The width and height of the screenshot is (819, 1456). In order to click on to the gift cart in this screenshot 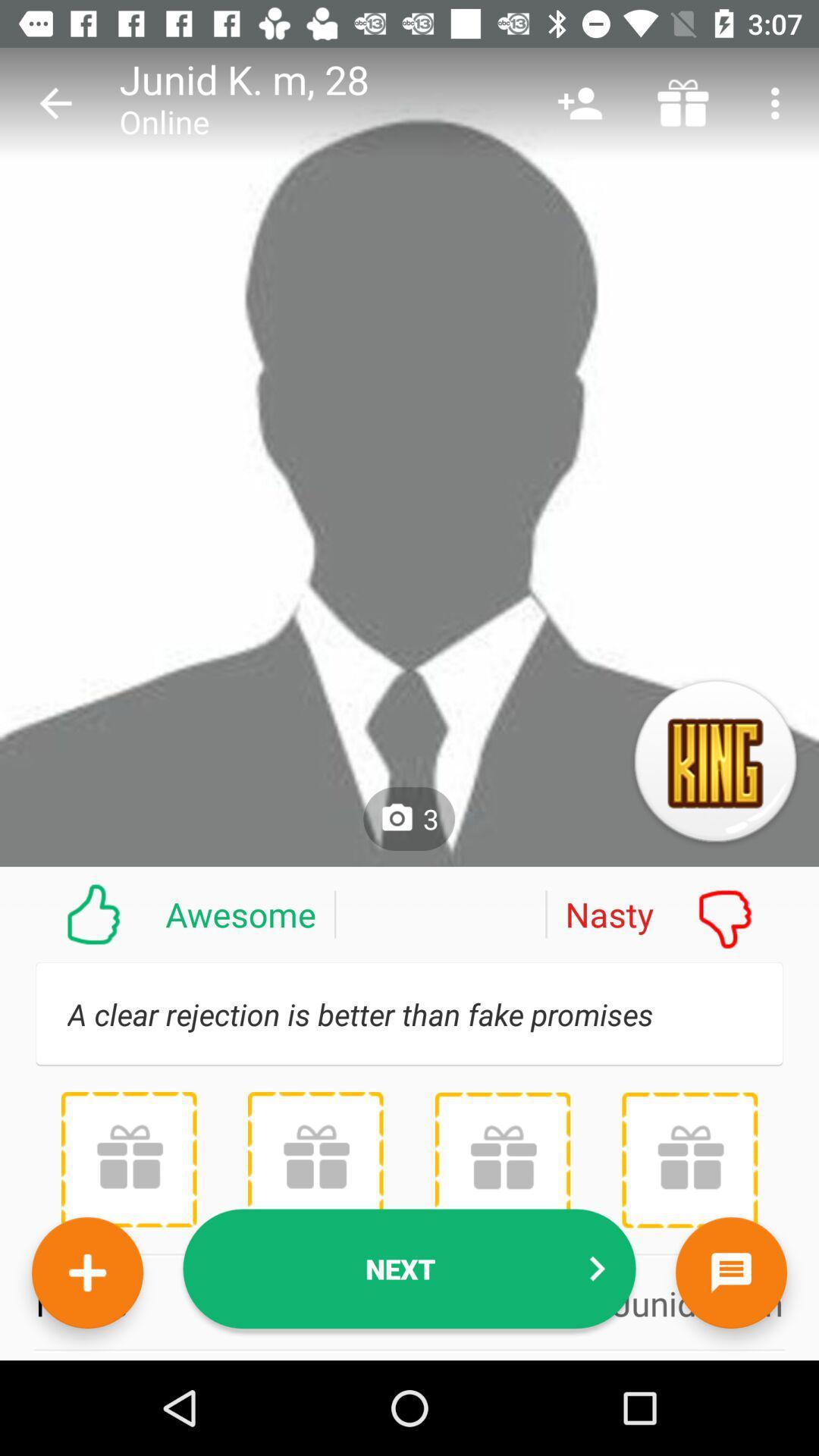, I will do `click(128, 1159)`.